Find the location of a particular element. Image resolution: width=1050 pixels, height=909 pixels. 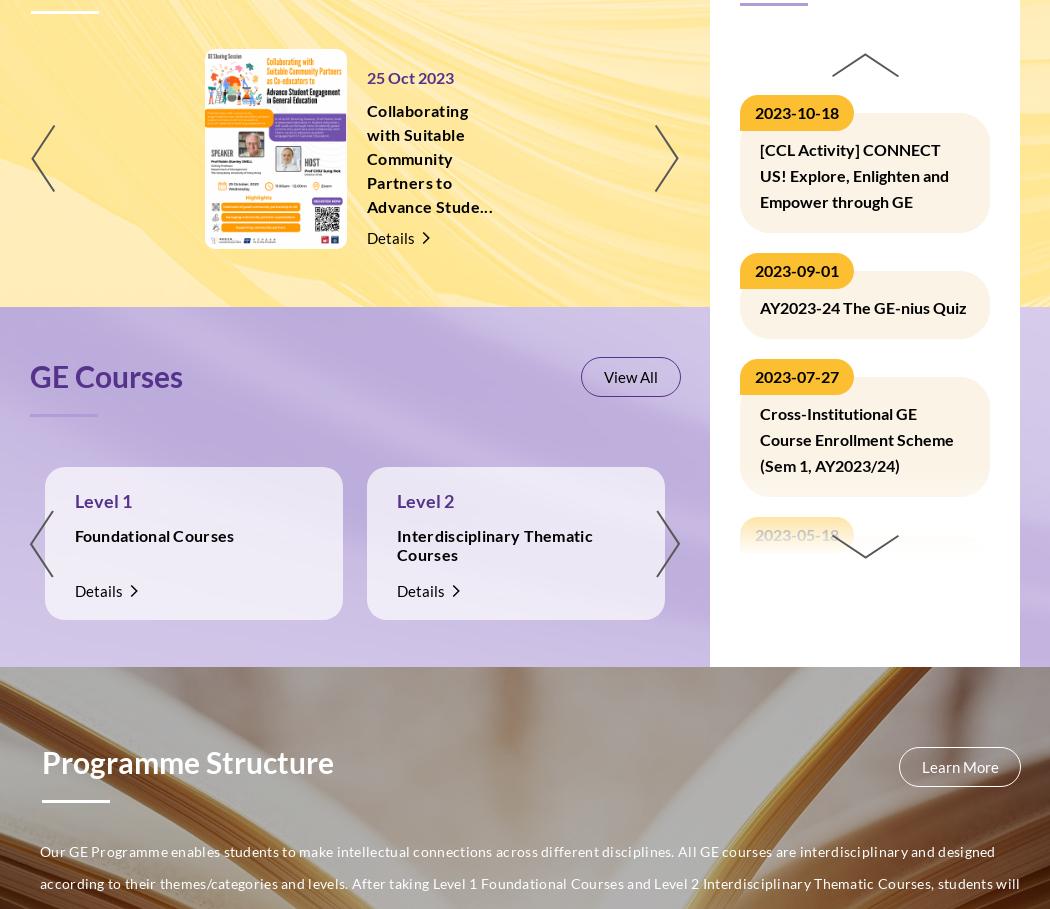

'Foundational Courses' is located at coordinates (154, 535).